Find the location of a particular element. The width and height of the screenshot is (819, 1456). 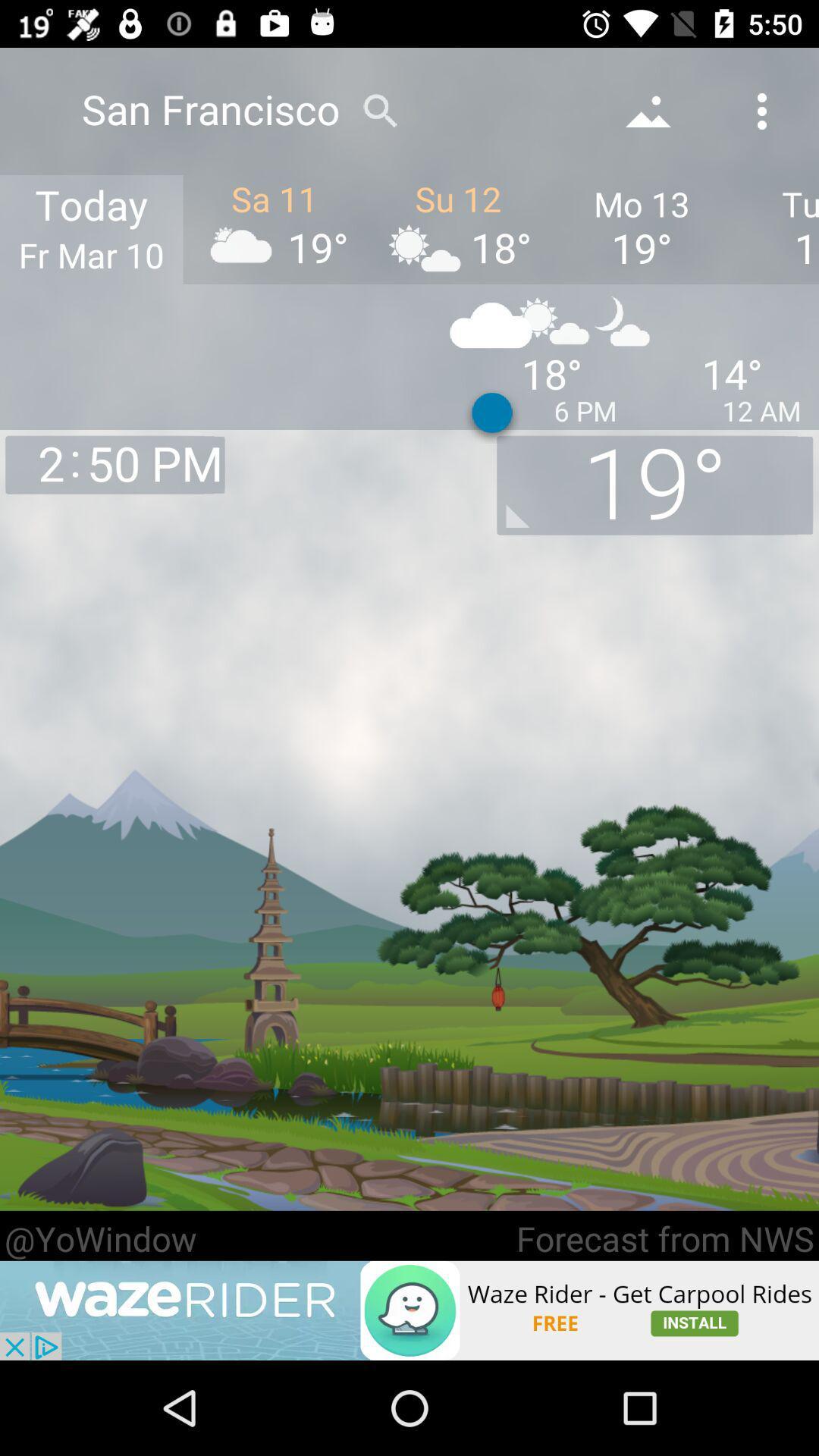

advertisement option is located at coordinates (409, 1310).